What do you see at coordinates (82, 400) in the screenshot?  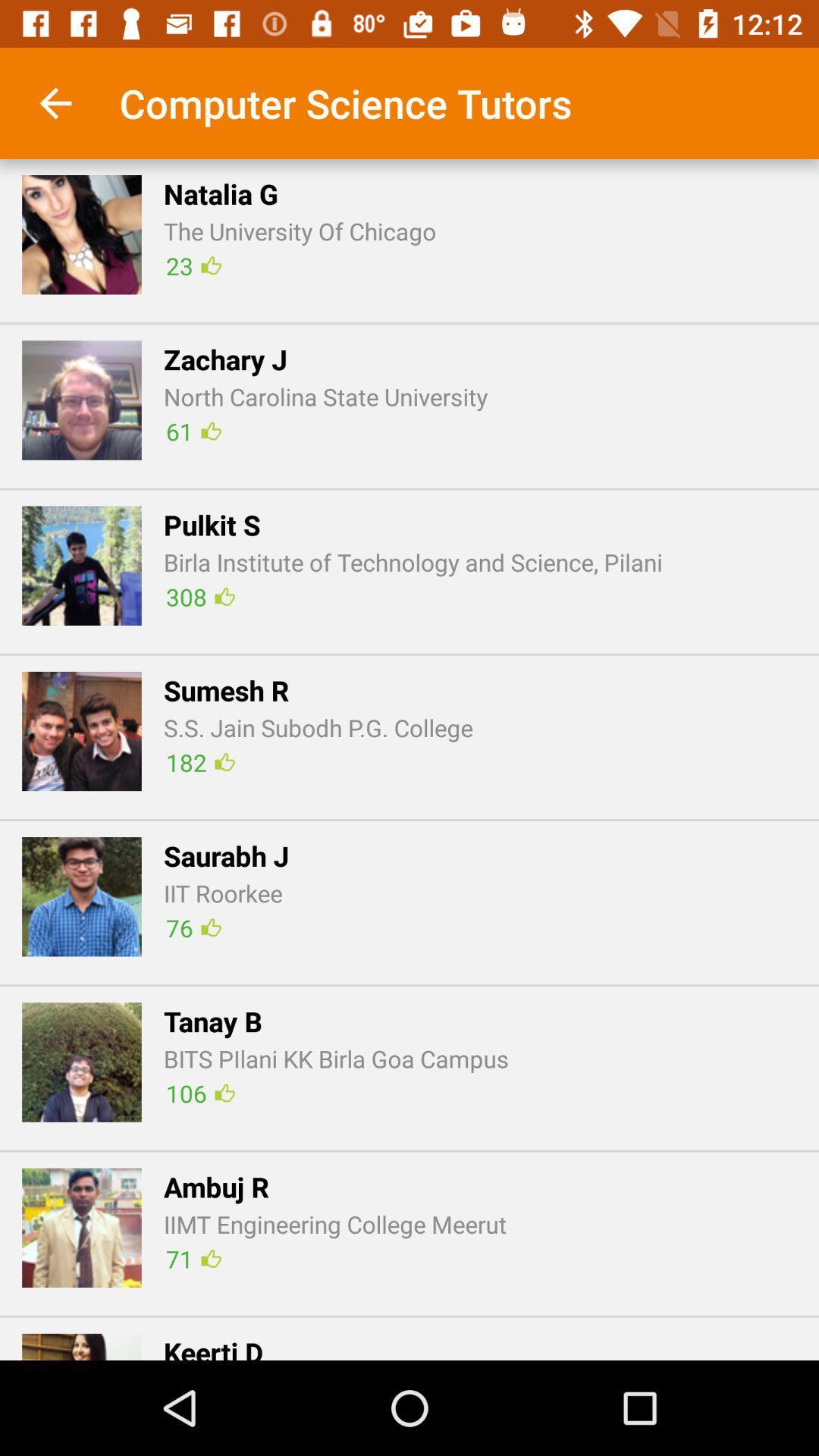 I see `icon next to the zachary j` at bounding box center [82, 400].